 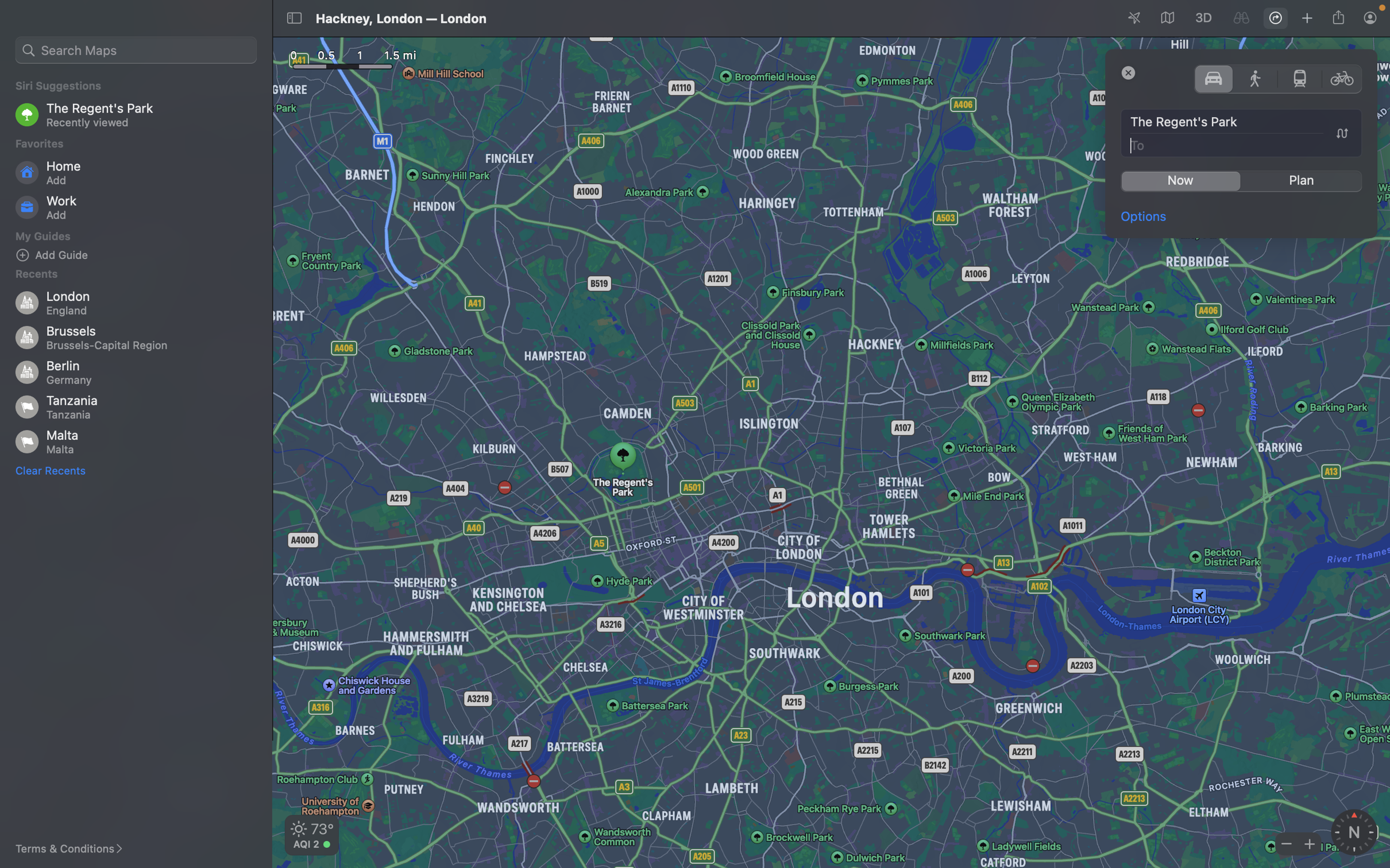 What do you see at coordinates (76, 848) in the screenshot?
I see `the "terms & conditions" link to examine the terms and conditions` at bounding box center [76, 848].